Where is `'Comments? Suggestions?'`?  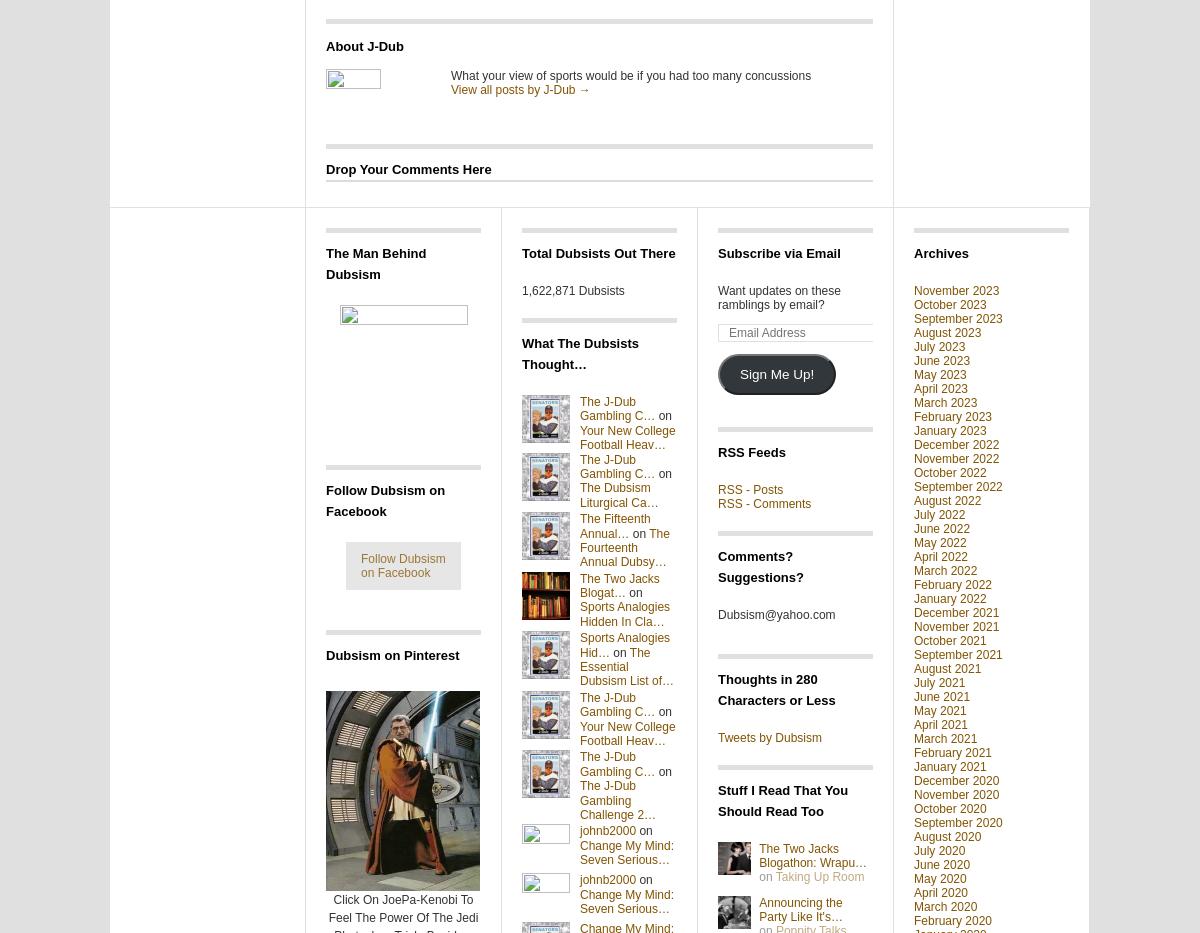
'Comments? Suggestions?' is located at coordinates (759, 565).